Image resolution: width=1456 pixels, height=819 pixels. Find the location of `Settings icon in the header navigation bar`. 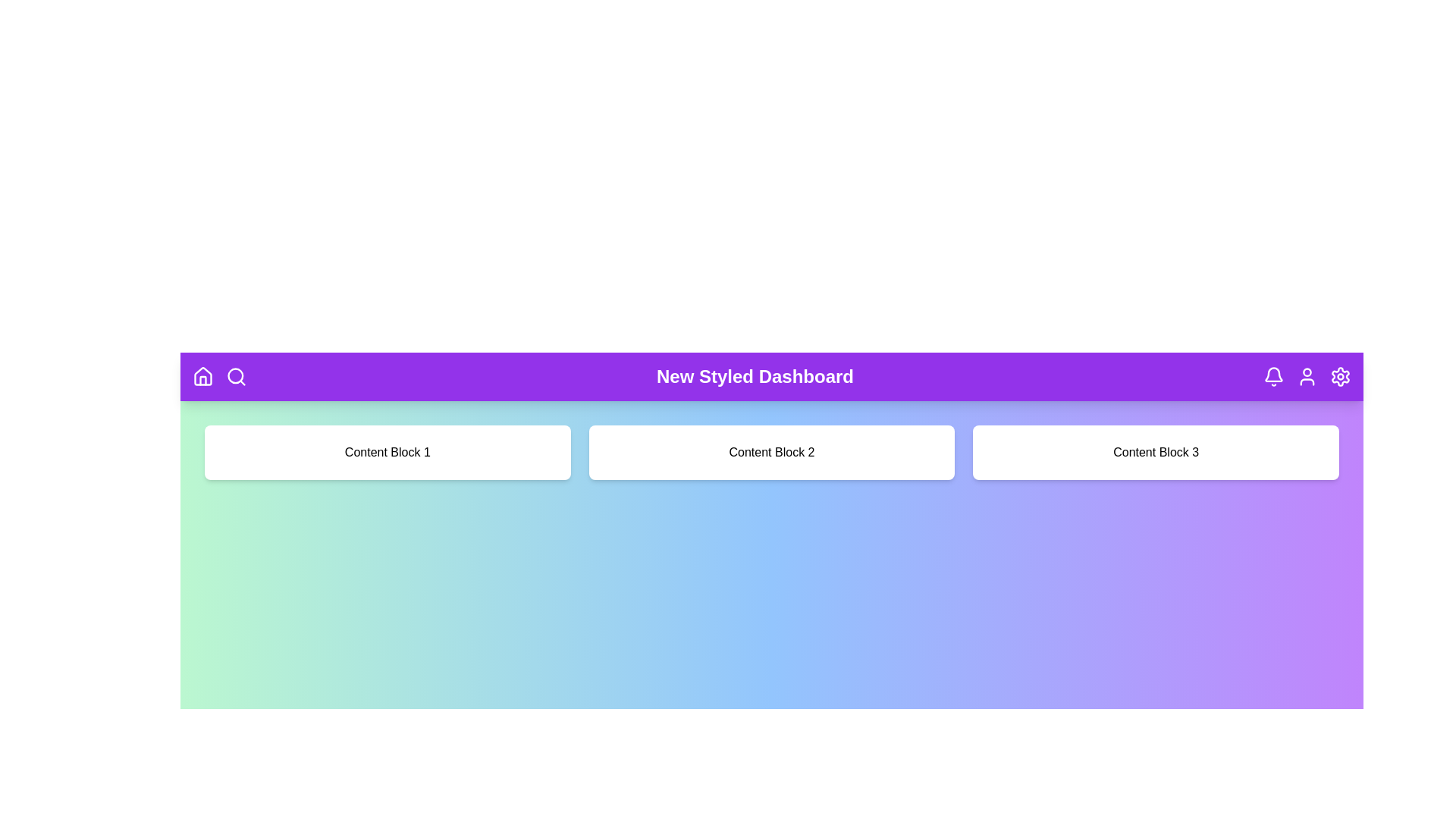

Settings icon in the header navigation bar is located at coordinates (1340, 376).